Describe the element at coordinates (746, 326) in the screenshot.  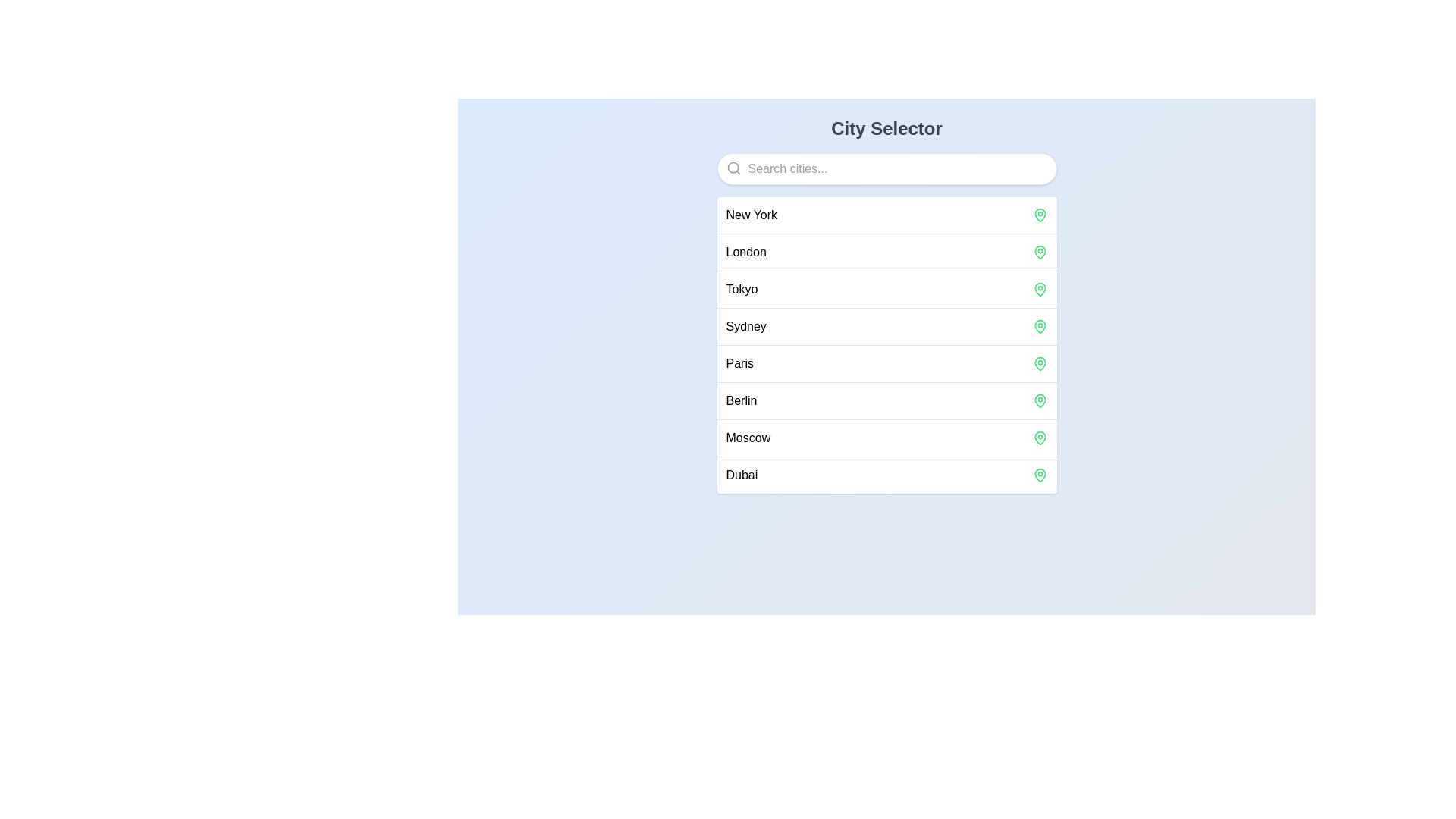
I see `the text label that reads 'Sydney'` at that location.